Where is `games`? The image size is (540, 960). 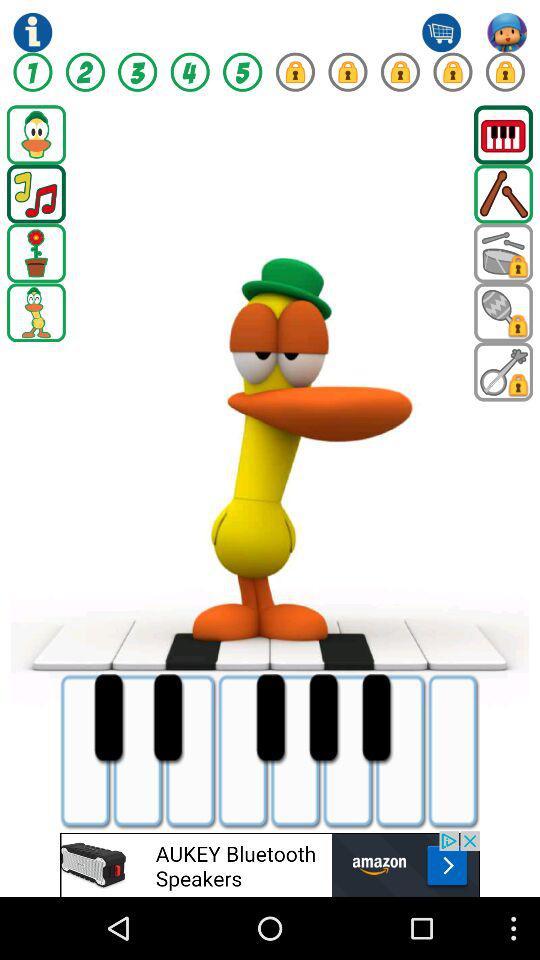 games is located at coordinates (502, 252).